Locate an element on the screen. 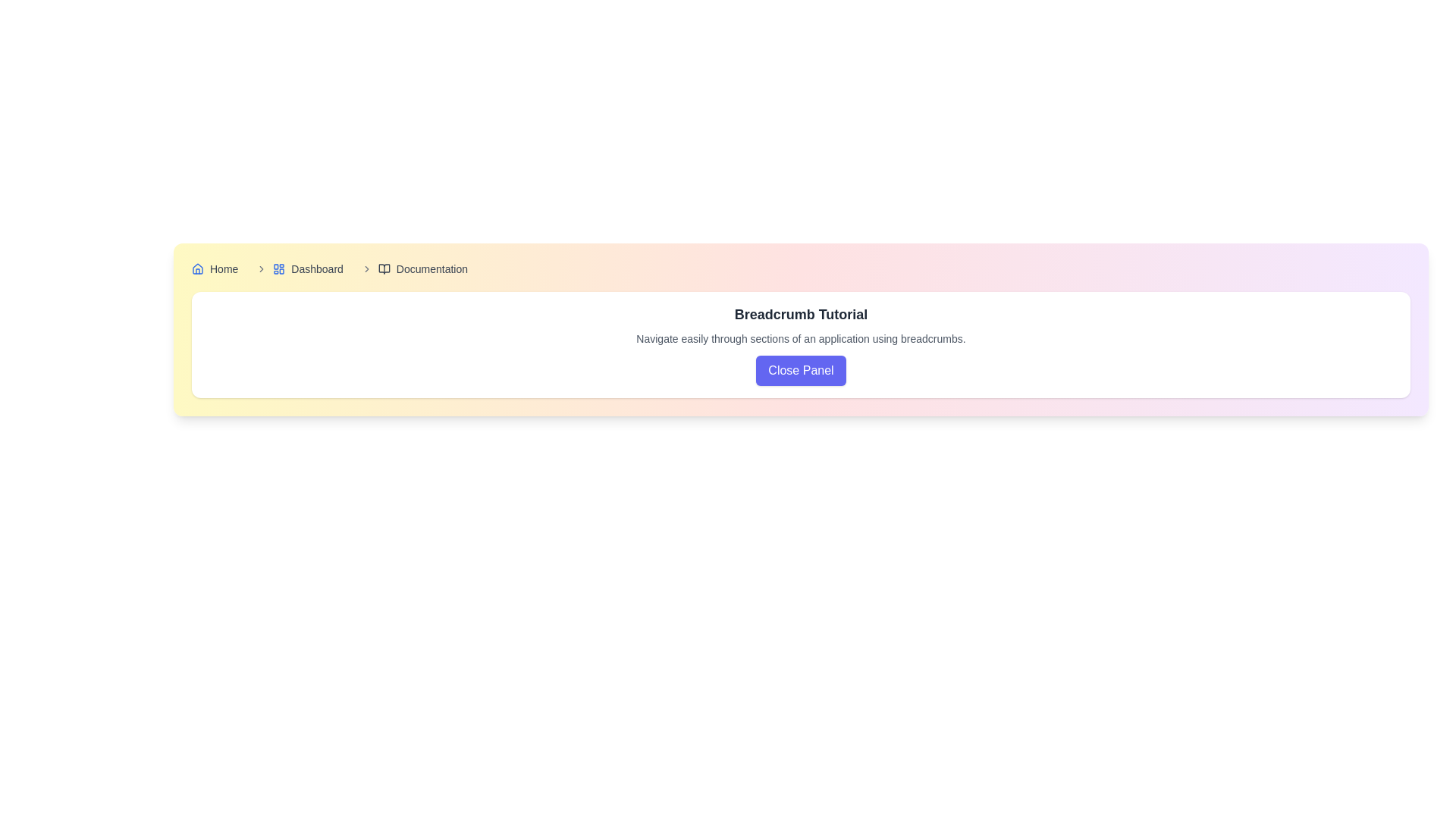 This screenshot has height=819, width=1456. the 'Home' text label located in the breadcrumb navigation bar at the top-left corner of the page is located at coordinates (223, 268).